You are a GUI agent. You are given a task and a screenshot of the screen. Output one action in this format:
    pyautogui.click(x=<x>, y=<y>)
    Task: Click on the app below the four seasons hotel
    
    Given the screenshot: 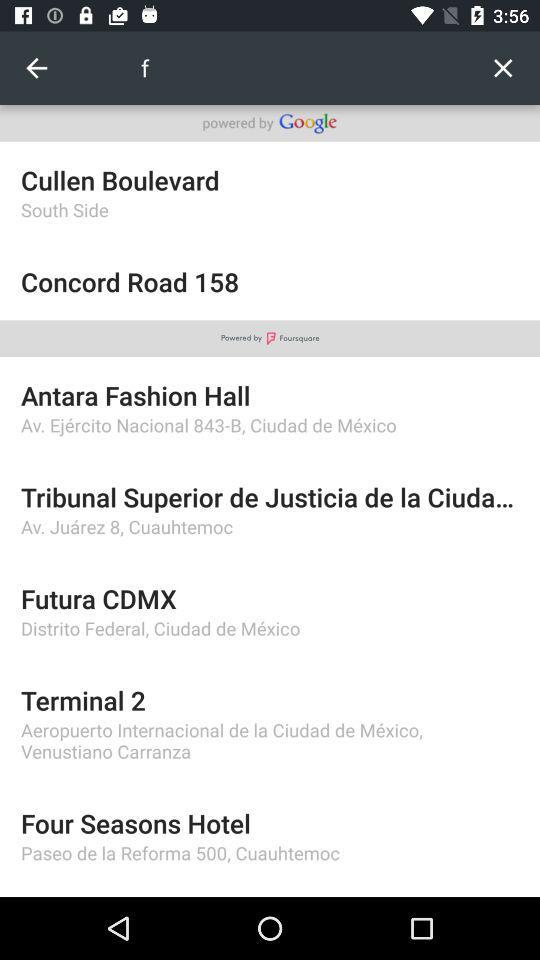 What is the action you would take?
    pyautogui.click(x=270, y=852)
    